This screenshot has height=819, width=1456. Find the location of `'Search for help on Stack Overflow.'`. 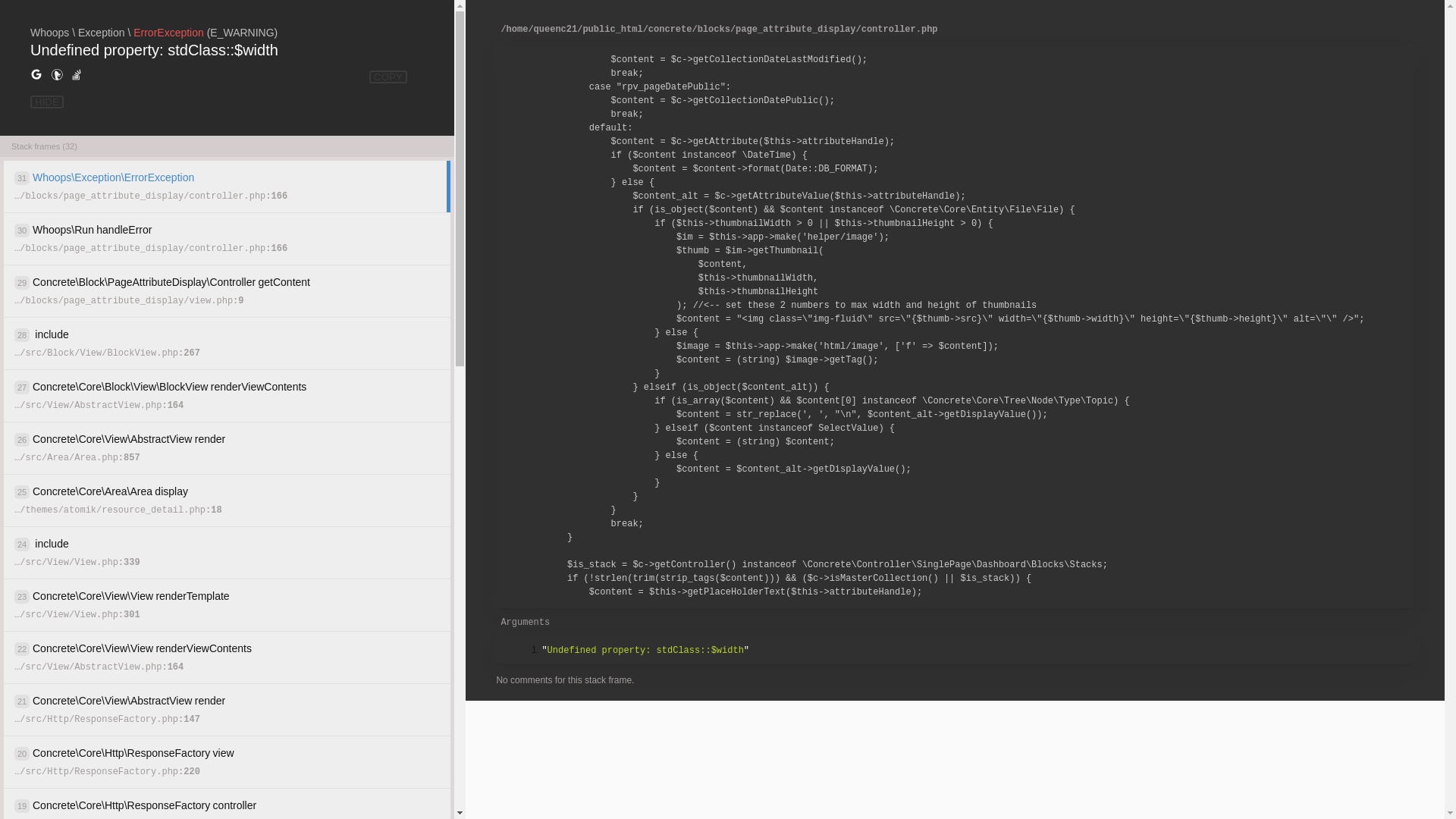

'Search for help on Stack Overflow.' is located at coordinates (75, 75).